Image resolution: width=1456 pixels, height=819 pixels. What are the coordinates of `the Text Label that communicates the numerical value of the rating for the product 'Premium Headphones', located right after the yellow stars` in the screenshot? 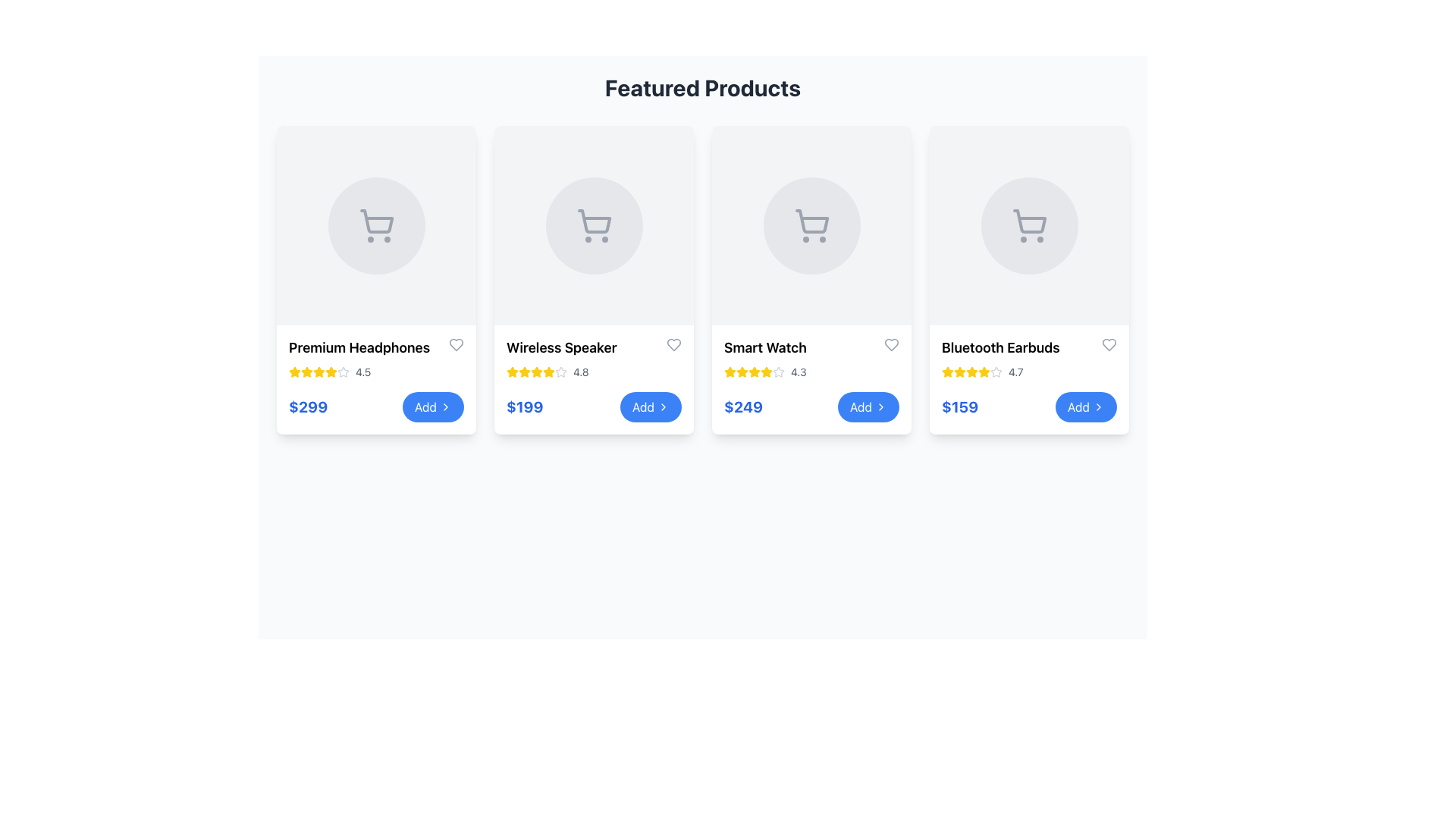 It's located at (362, 372).